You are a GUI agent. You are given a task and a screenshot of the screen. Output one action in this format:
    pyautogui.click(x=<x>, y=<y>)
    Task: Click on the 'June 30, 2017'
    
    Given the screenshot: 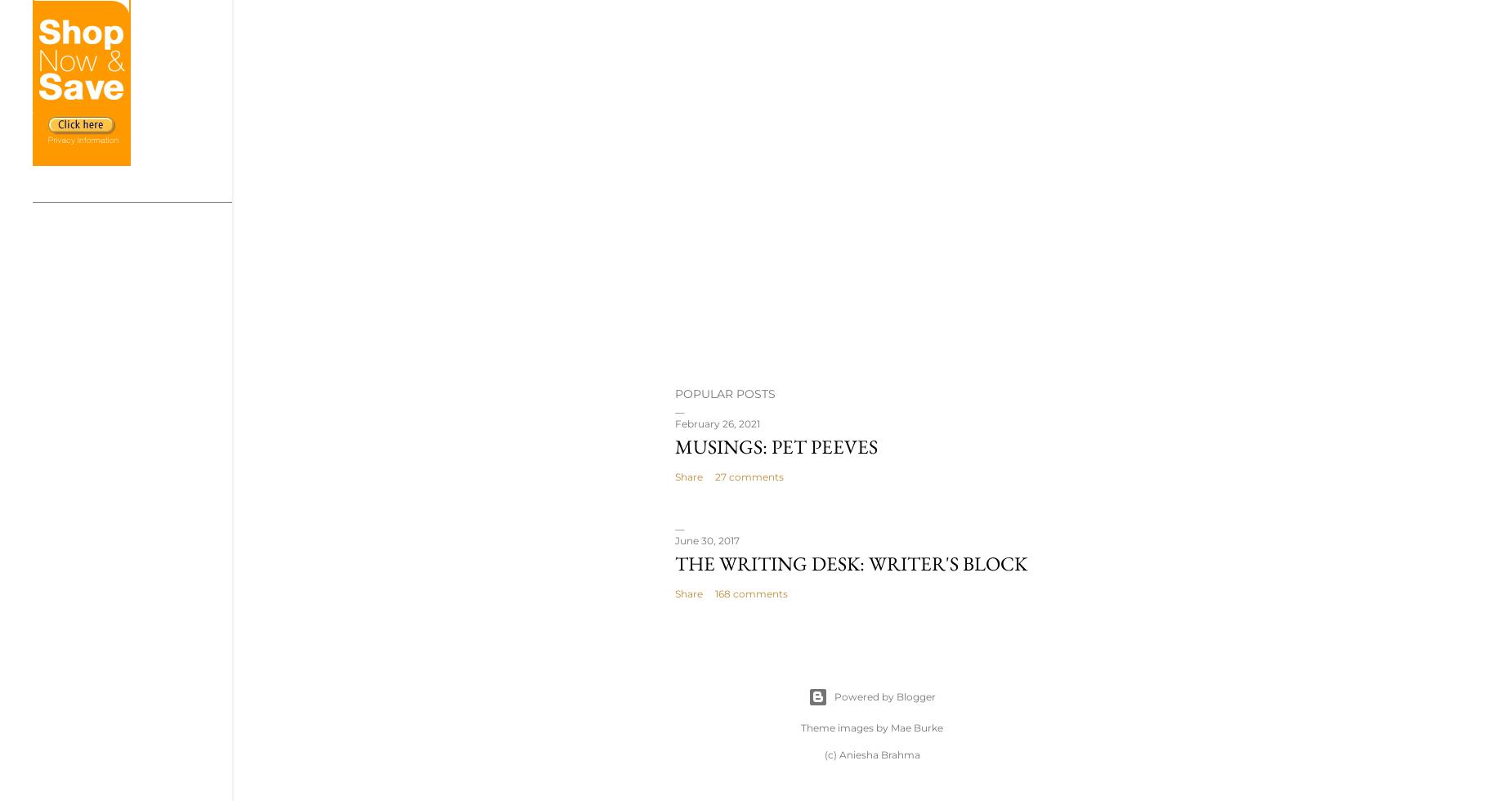 What is the action you would take?
    pyautogui.click(x=707, y=540)
    